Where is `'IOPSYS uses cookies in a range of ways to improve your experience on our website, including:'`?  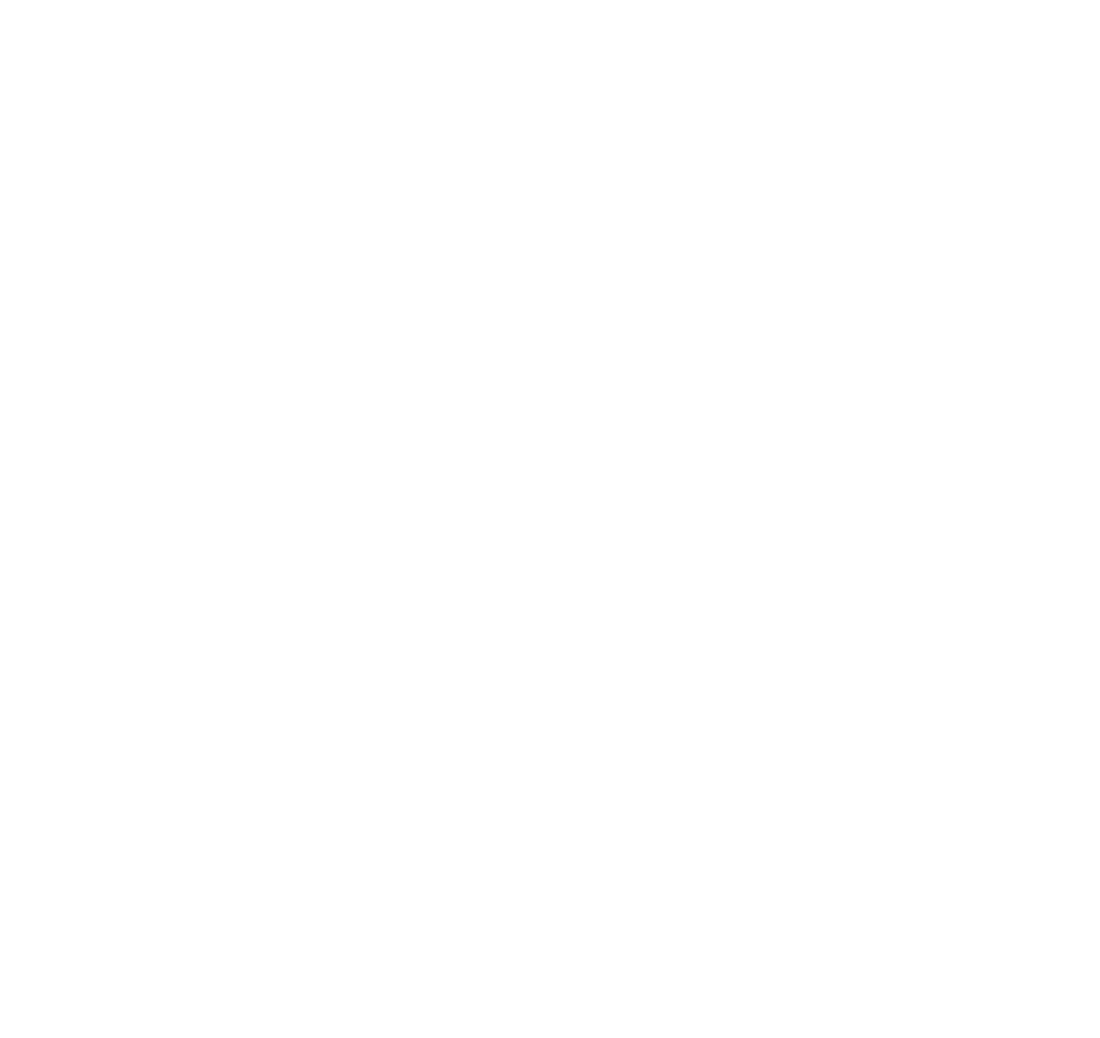 'IOPSYS uses cookies in a range of ways to improve your experience on our website, including:' is located at coordinates (413, 657).